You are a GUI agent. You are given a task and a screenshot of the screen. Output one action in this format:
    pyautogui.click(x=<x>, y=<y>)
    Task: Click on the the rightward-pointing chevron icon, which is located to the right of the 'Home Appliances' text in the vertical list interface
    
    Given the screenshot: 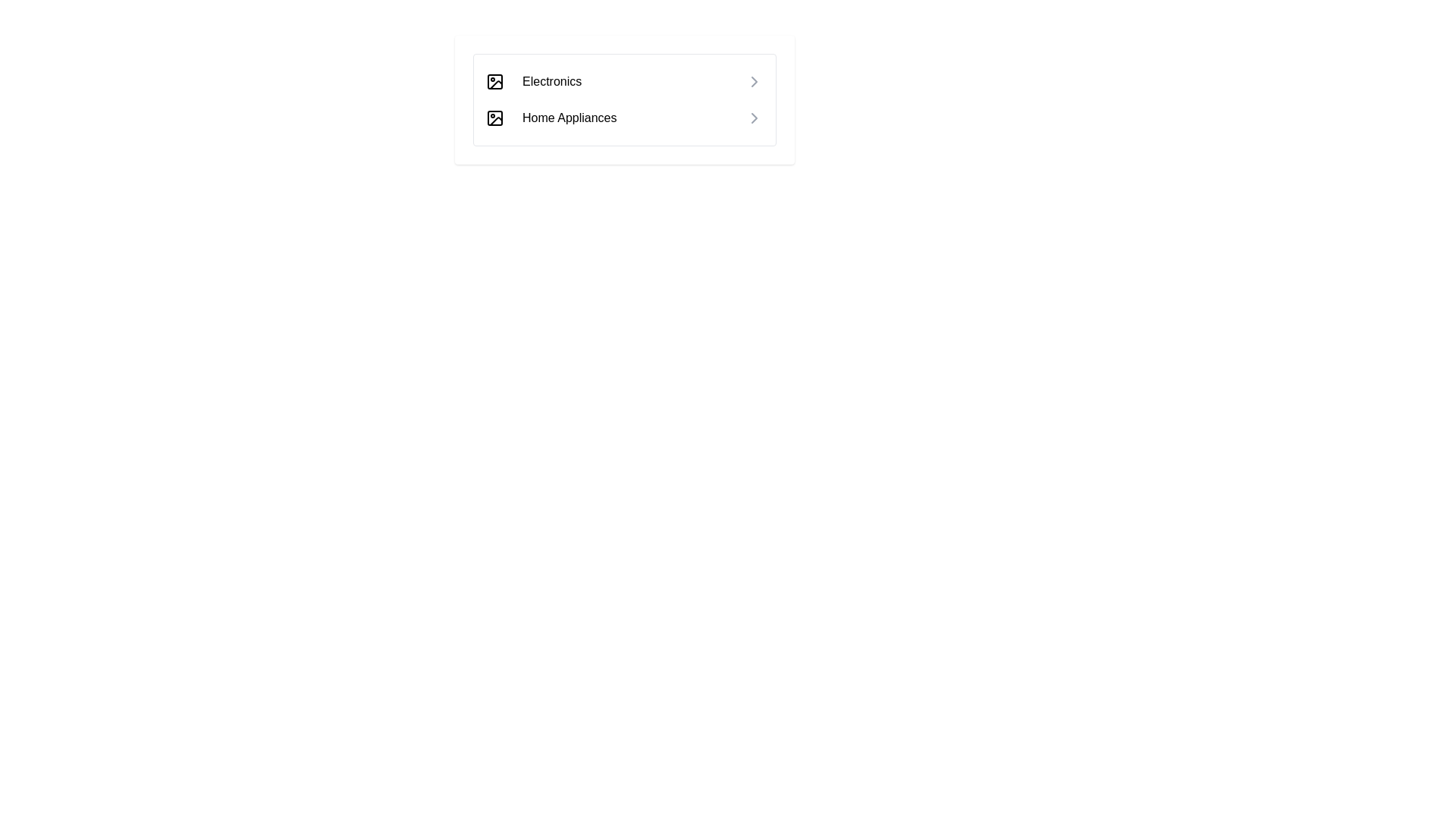 What is the action you would take?
    pyautogui.click(x=754, y=117)
    